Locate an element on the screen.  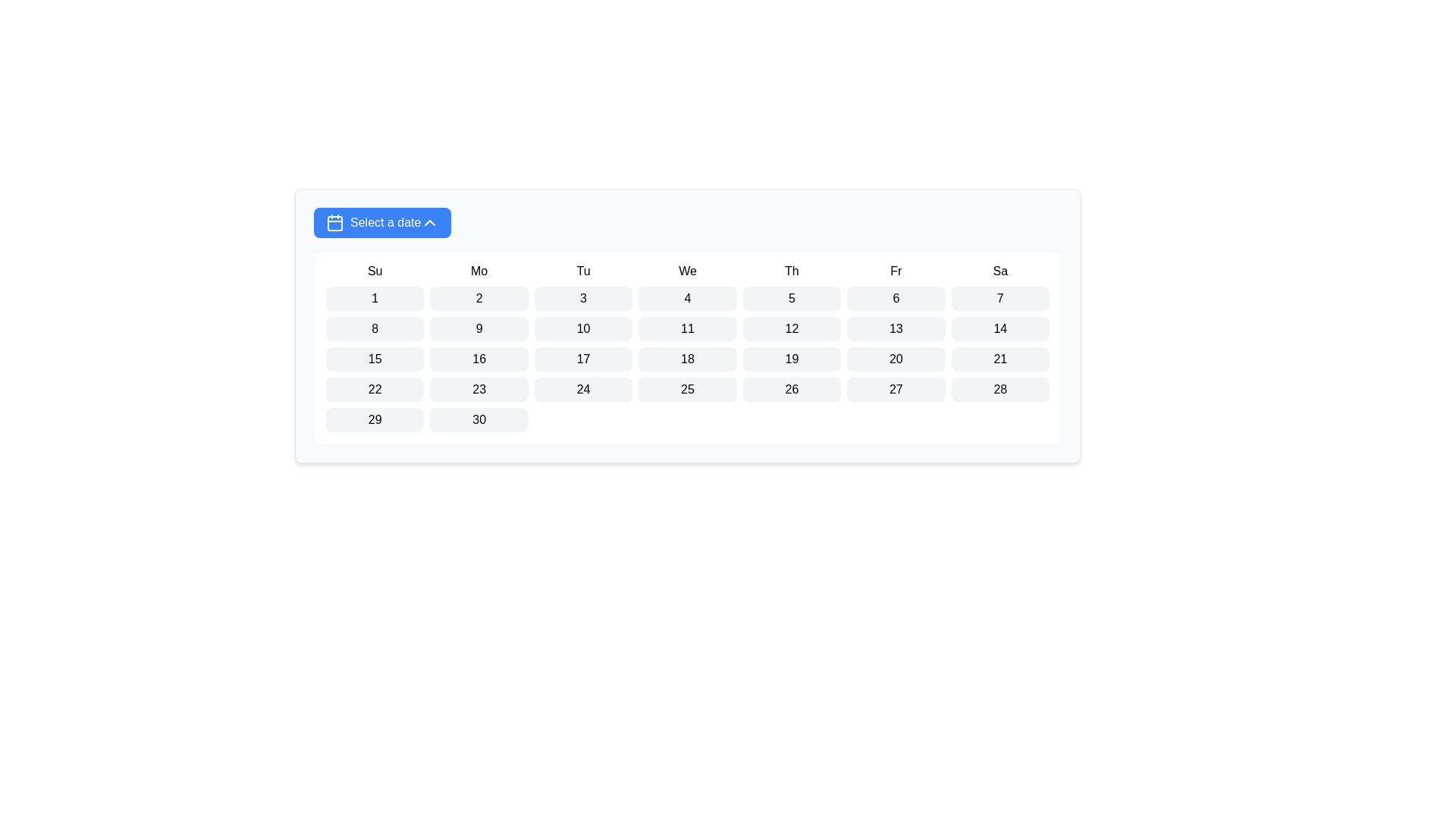
the Calendar grid element that displays abbreviated day names and numbers, positioned centrally within the interface is located at coordinates (687, 347).